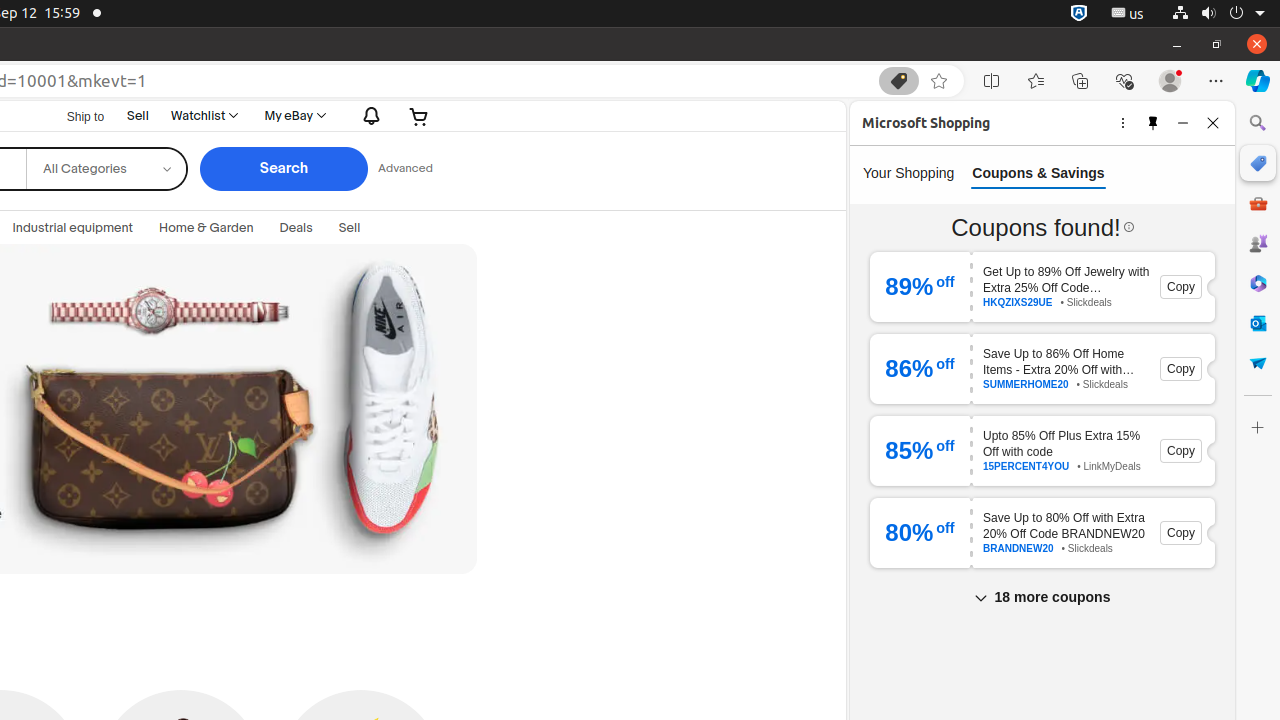 The height and width of the screenshot is (720, 1280). Describe the element at coordinates (1041, 368) in the screenshot. I see `'86 % off Save Up to 86% Off Home Items - Extra 20% Off with SUMMERHOME20 Code SUMMERHOME20 • Slickdeals Copy'` at that location.